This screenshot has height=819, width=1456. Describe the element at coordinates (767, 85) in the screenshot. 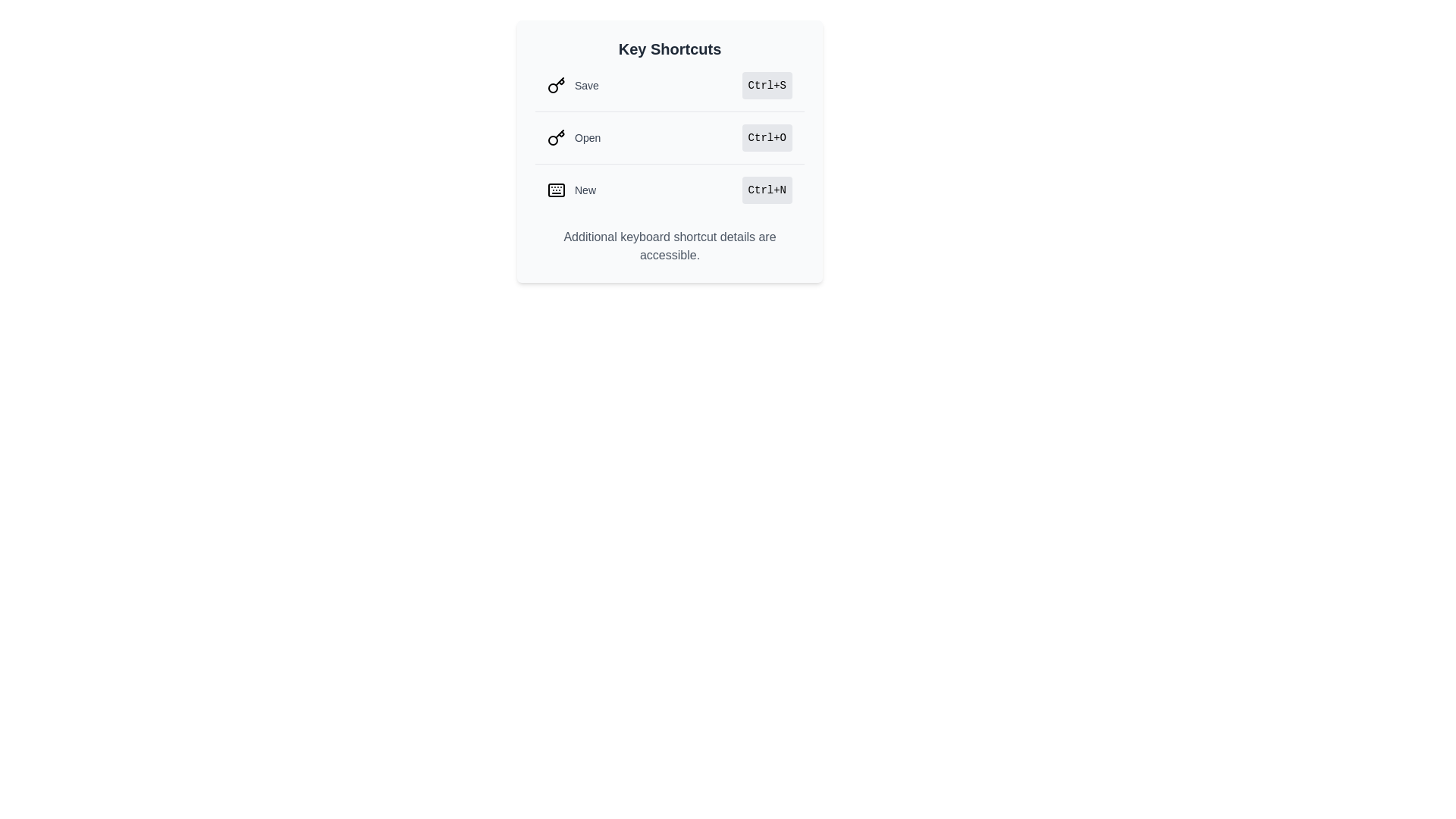

I see `the text label 'Ctrl+S' which is a rectangular box with rounded corners, styled with a light gray background, located within the 'Key Shortcuts' vertical menu` at that location.